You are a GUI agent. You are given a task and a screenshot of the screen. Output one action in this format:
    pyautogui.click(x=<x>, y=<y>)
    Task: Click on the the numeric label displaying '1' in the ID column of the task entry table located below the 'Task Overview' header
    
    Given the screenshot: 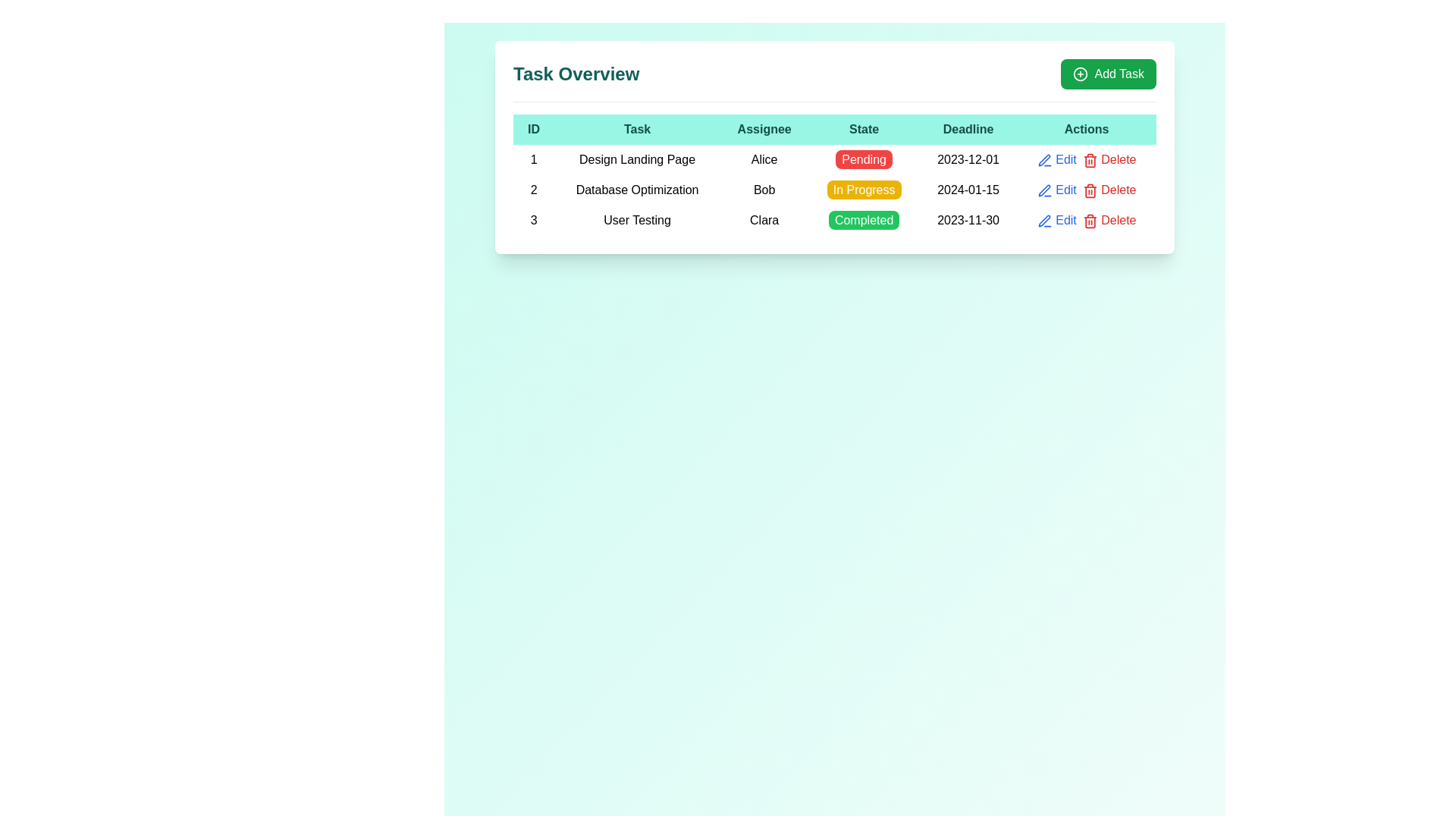 What is the action you would take?
    pyautogui.click(x=534, y=160)
    